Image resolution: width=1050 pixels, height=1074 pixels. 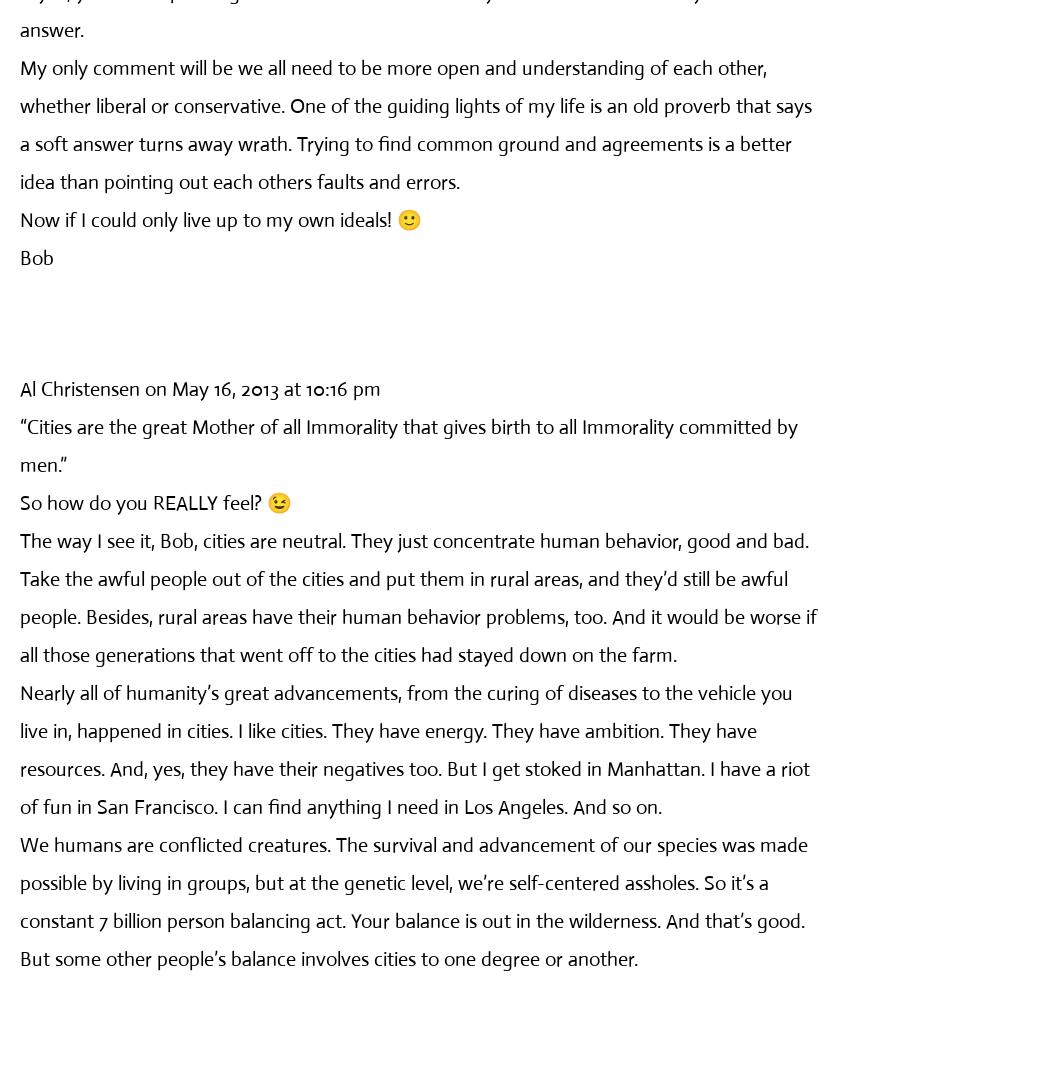 I want to click on 'My only comment will be we all need to be more open and understanding of each other, whether liberal or conservative. One of the guiding lights of my life is an old proverb that says a soft answer turns away wrath. Trying to find common ground and agreements is a better idea than pointing out each others faults and errors.', so click(x=415, y=123).